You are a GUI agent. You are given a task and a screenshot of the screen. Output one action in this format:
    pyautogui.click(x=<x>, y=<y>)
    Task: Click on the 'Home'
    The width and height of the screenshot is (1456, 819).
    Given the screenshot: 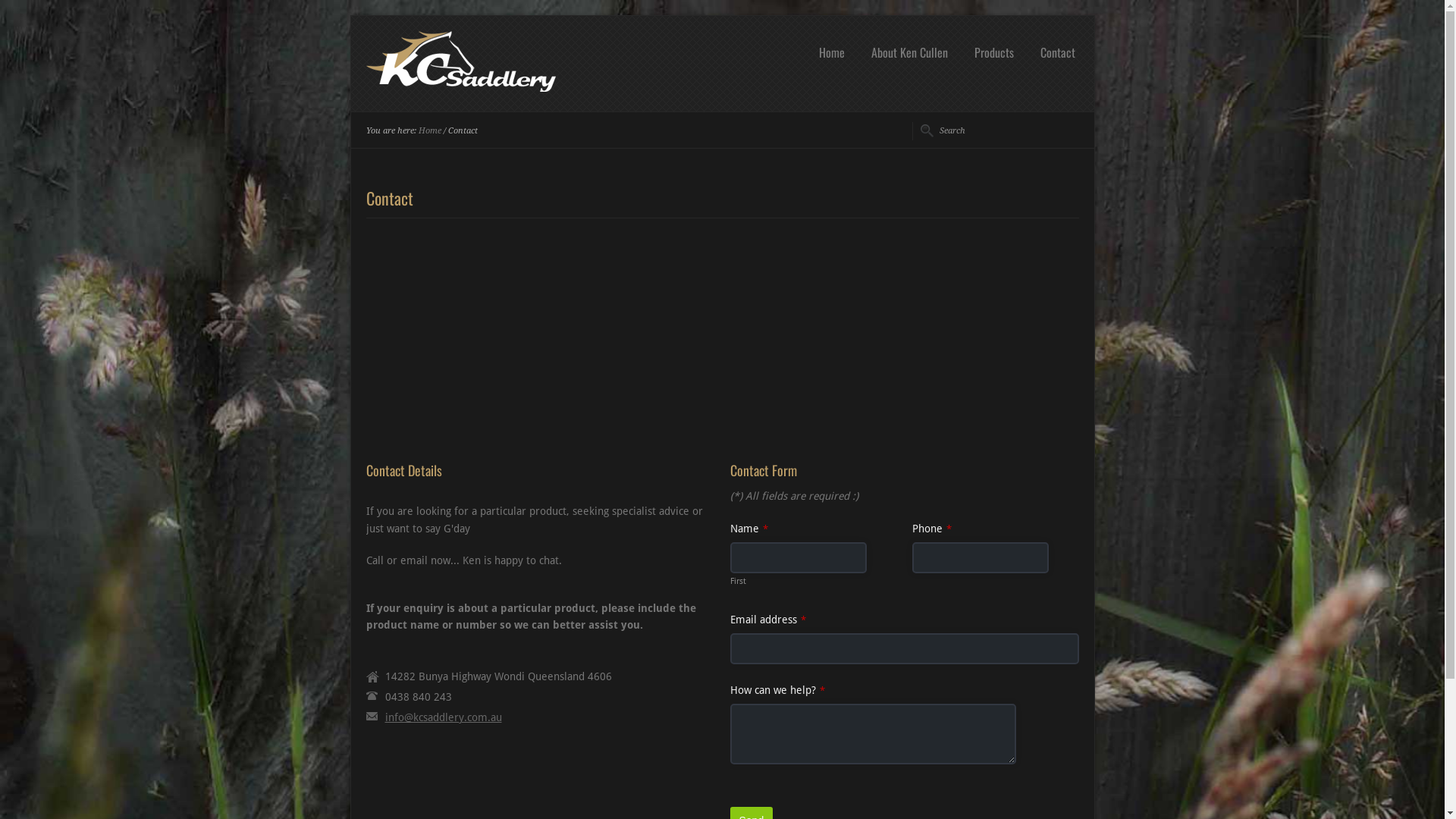 What is the action you would take?
    pyautogui.click(x=830, y=52)
    